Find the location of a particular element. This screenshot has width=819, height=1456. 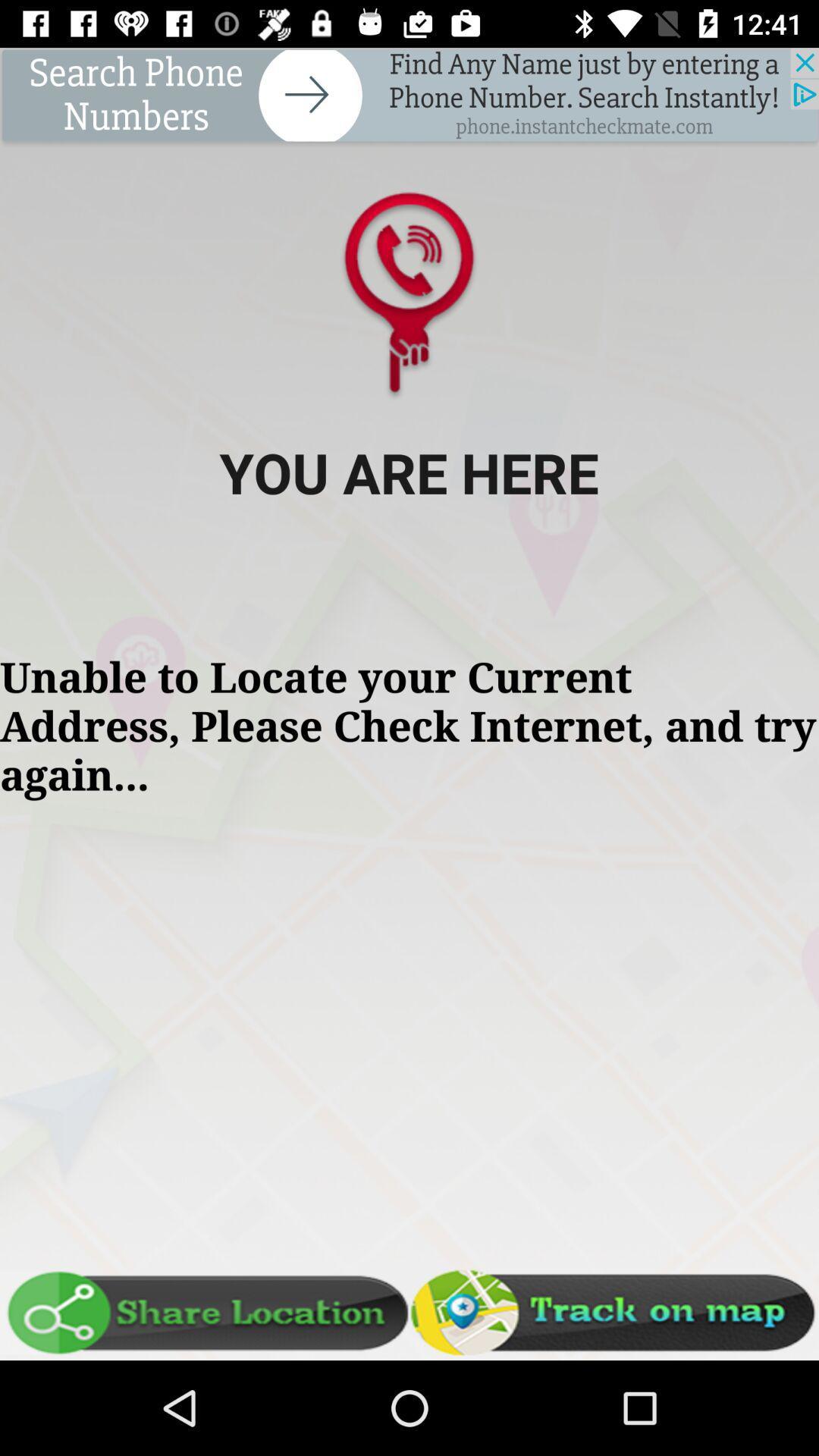

map tracker is located at coordinates (614, 1312).